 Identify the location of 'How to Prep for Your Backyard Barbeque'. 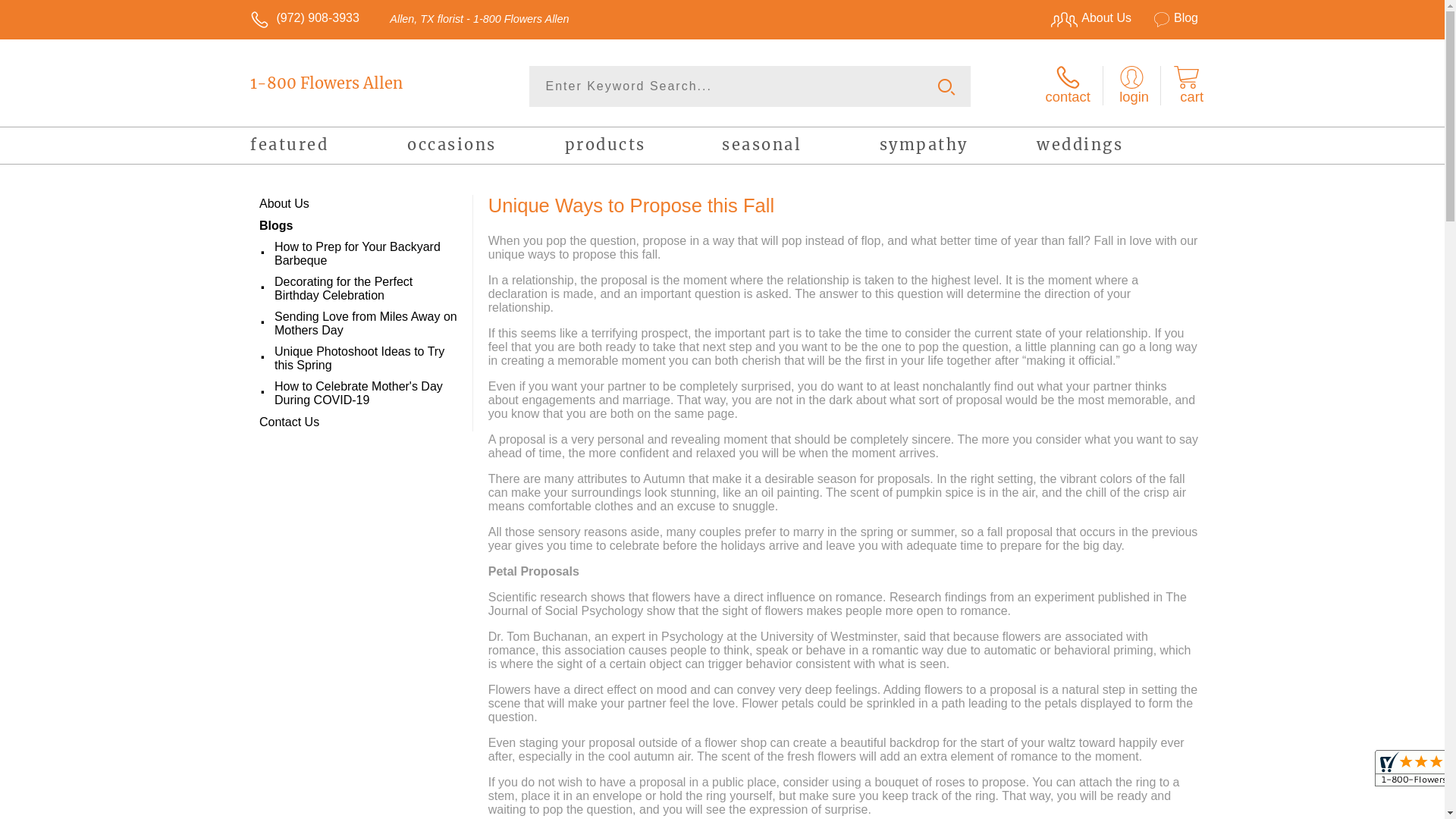
(367, 253).